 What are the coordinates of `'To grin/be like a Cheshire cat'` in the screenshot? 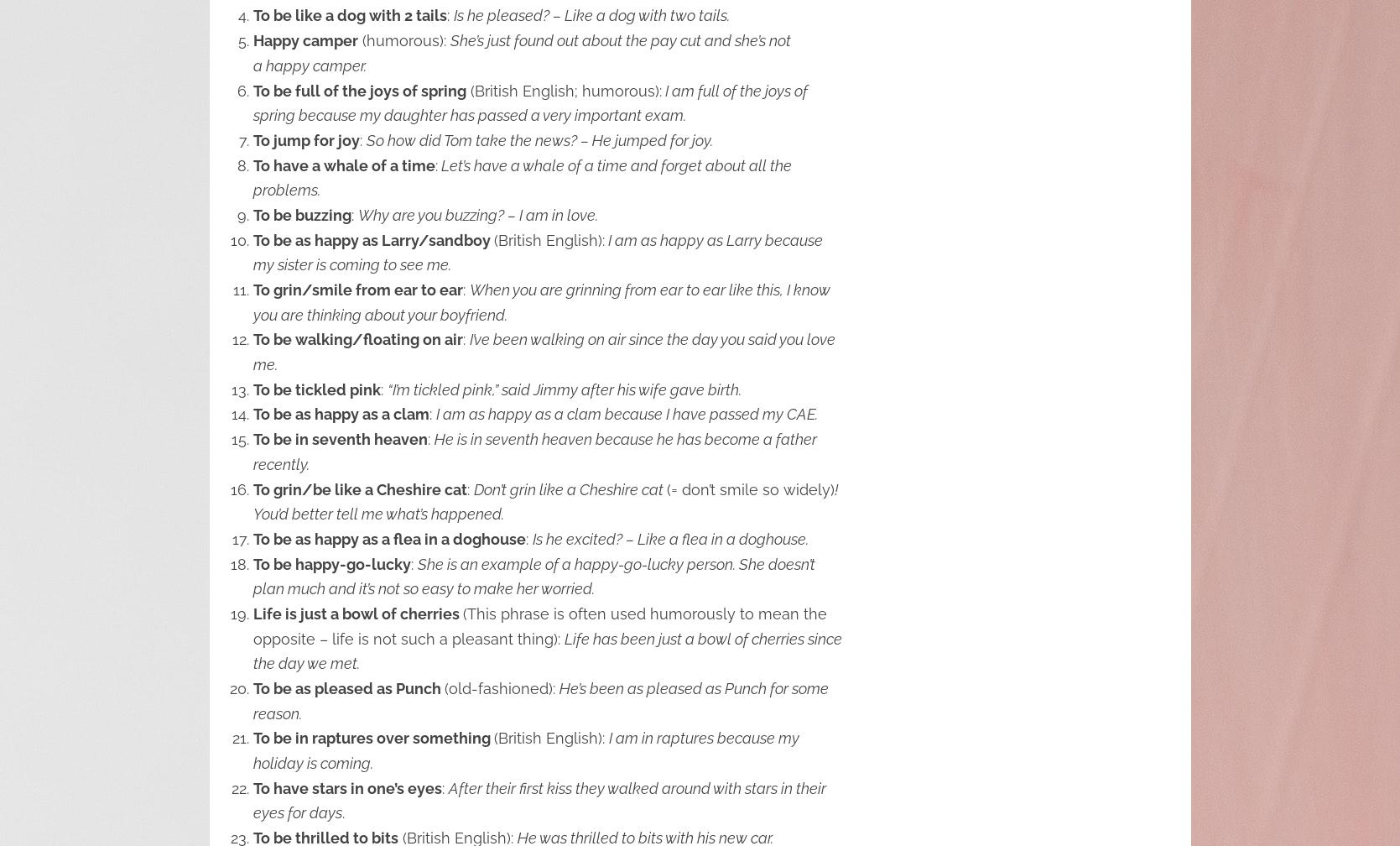 It's located at (359, 488).